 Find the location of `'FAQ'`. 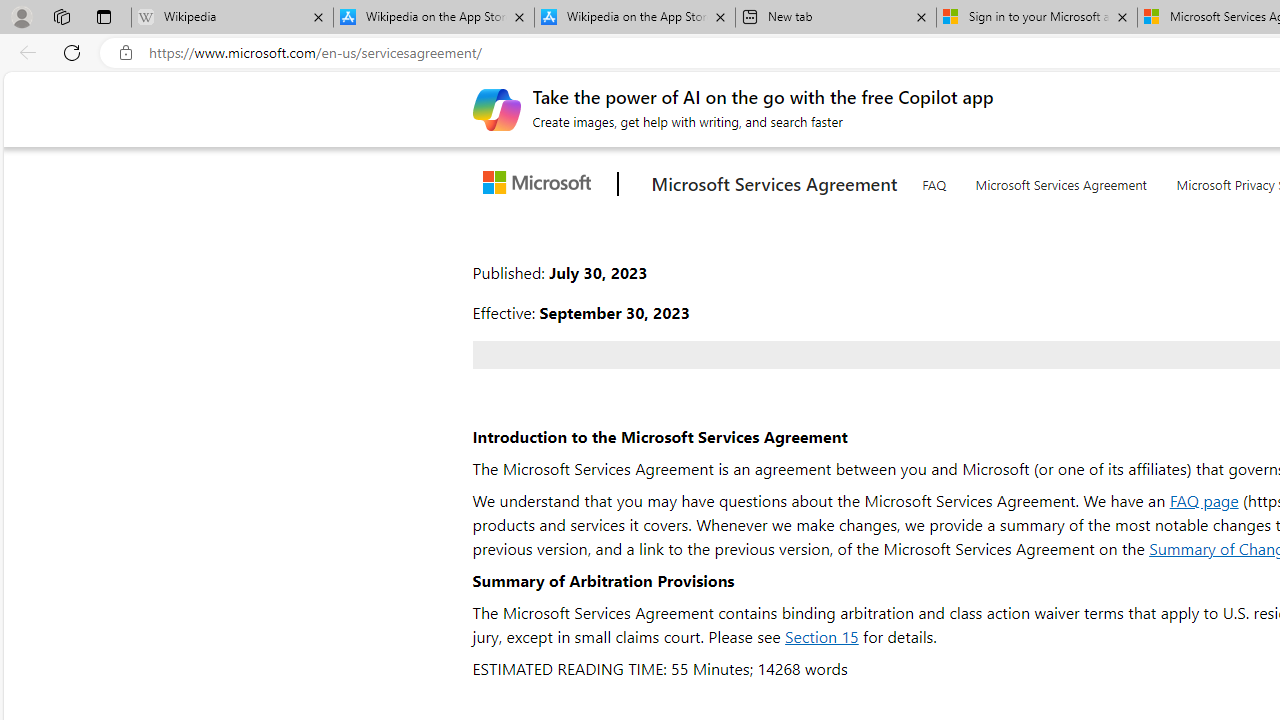

'FAQ' is located at coordinates (932, 181).